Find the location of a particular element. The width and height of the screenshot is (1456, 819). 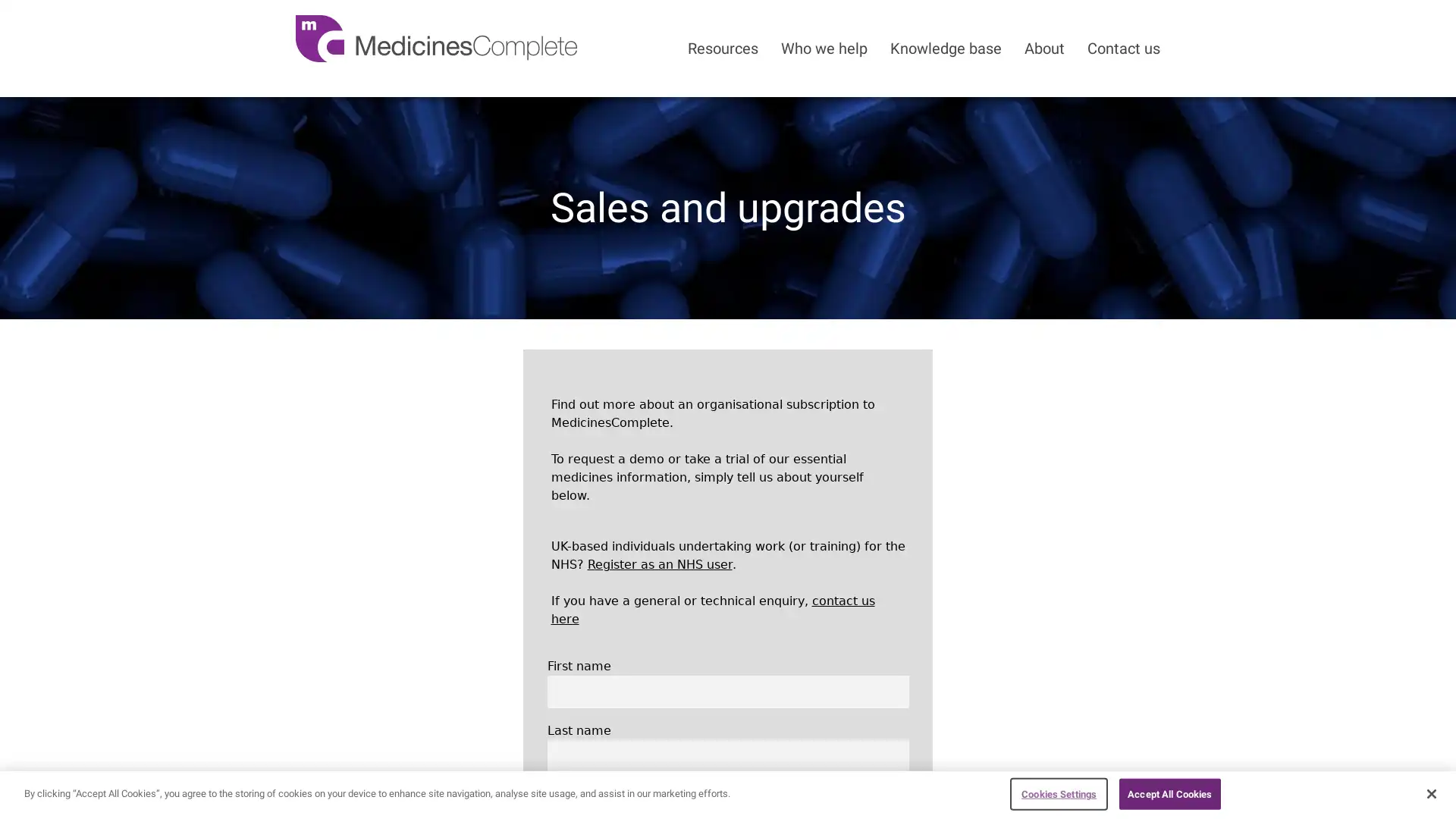

Cookies Settings is located at coordinates (1058, 792).